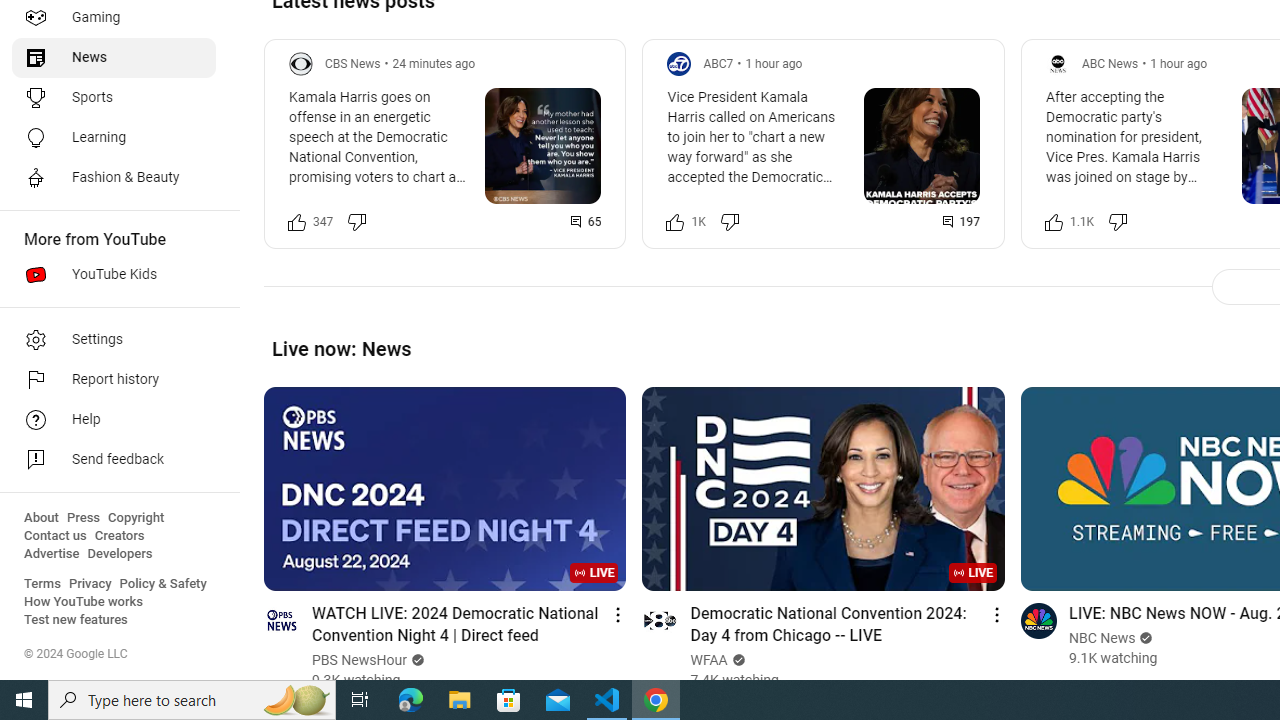 The width and height of the screenshot is (1280, 720). Describe the element at coordinates (1101, 638) in the screenshot. I see `'NBC News'` at that location.